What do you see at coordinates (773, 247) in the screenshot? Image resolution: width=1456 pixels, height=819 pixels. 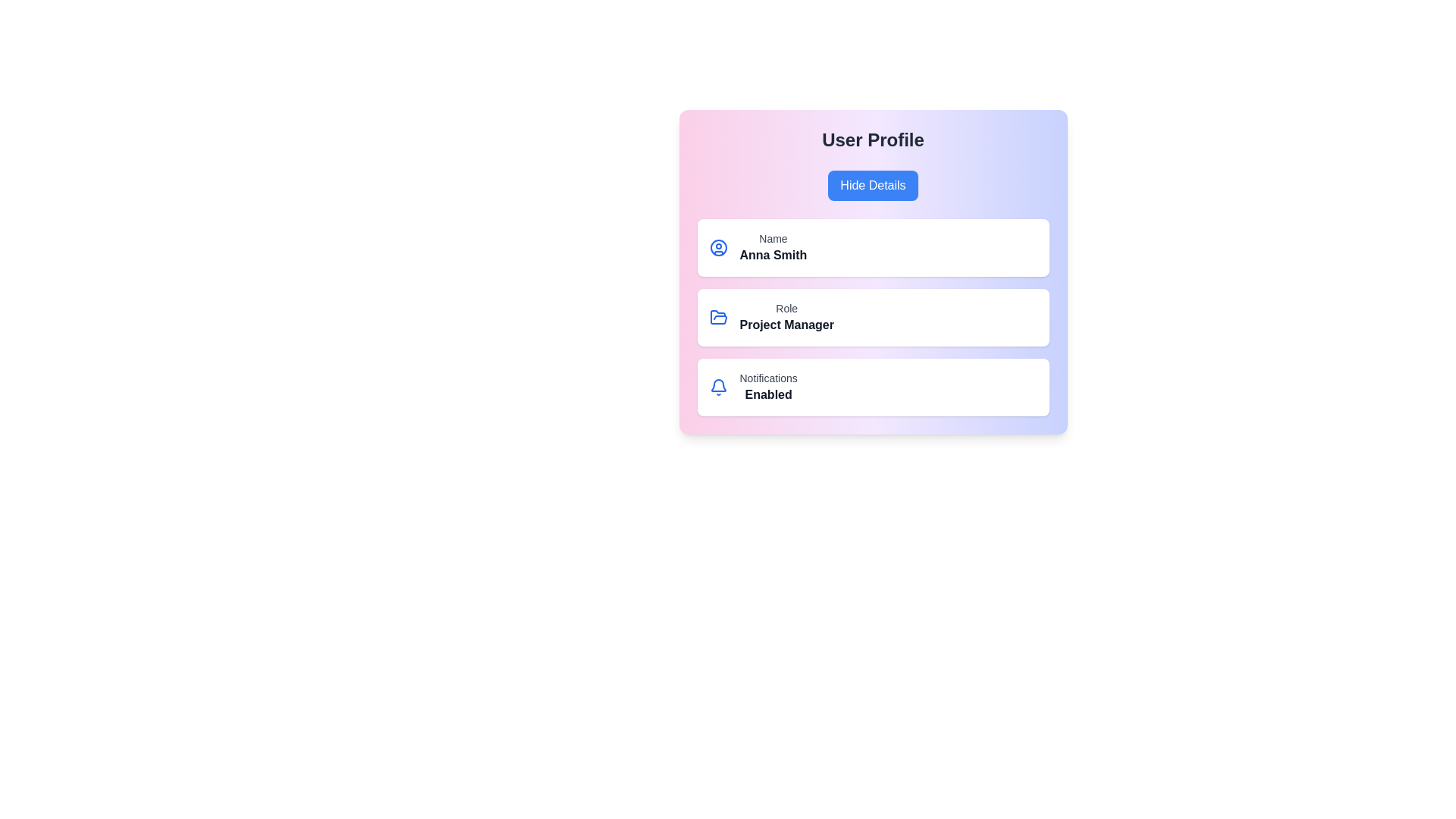 I see `name displayed in the Textual Content Display located in the top card of the user profile interface, positioned below the small icon` at bounding box center [773, 247].